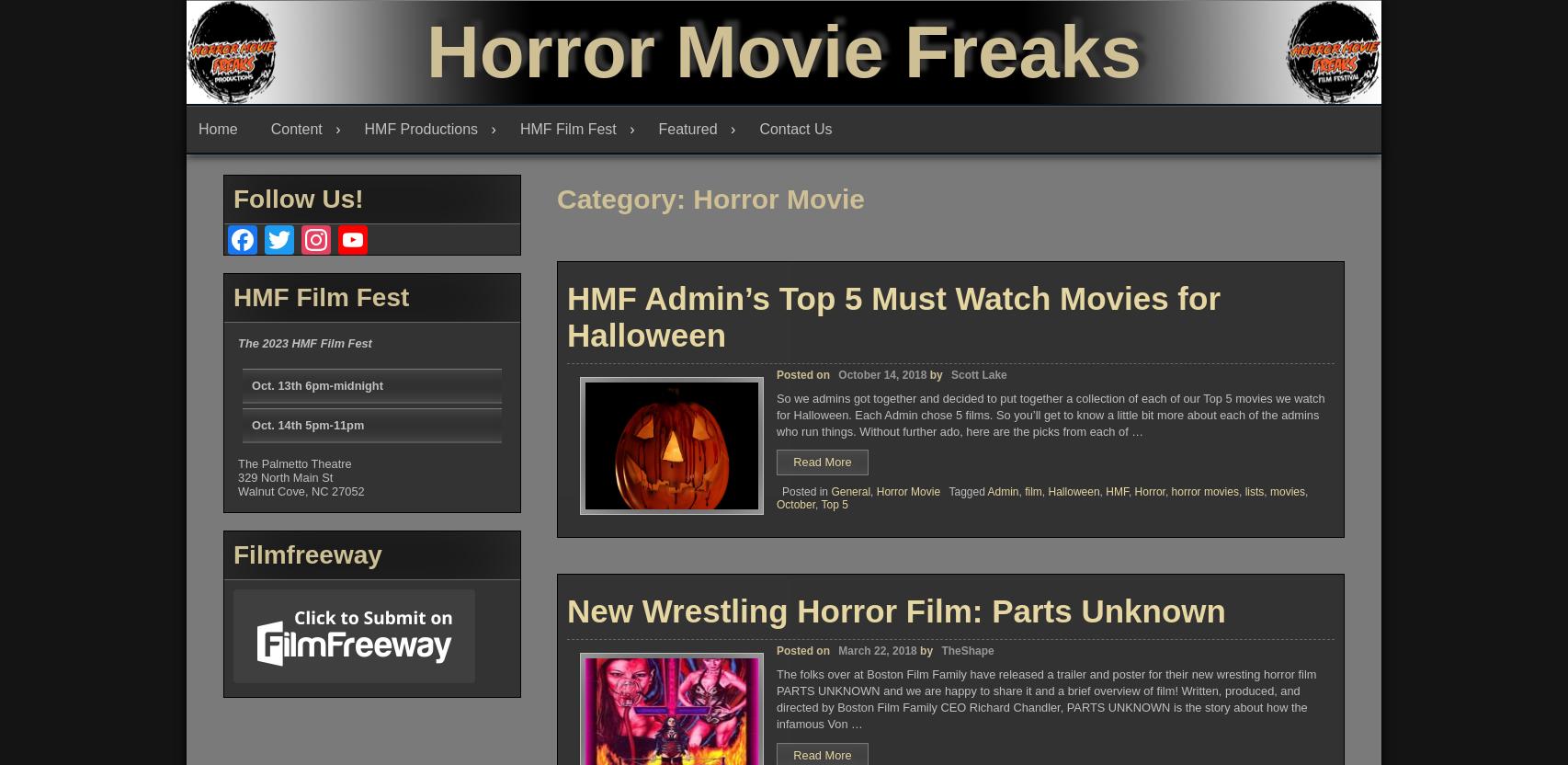 The width and height of the screenshot is (1568, 765). I want to click on 'YouTube Channel', so click(378, 416).